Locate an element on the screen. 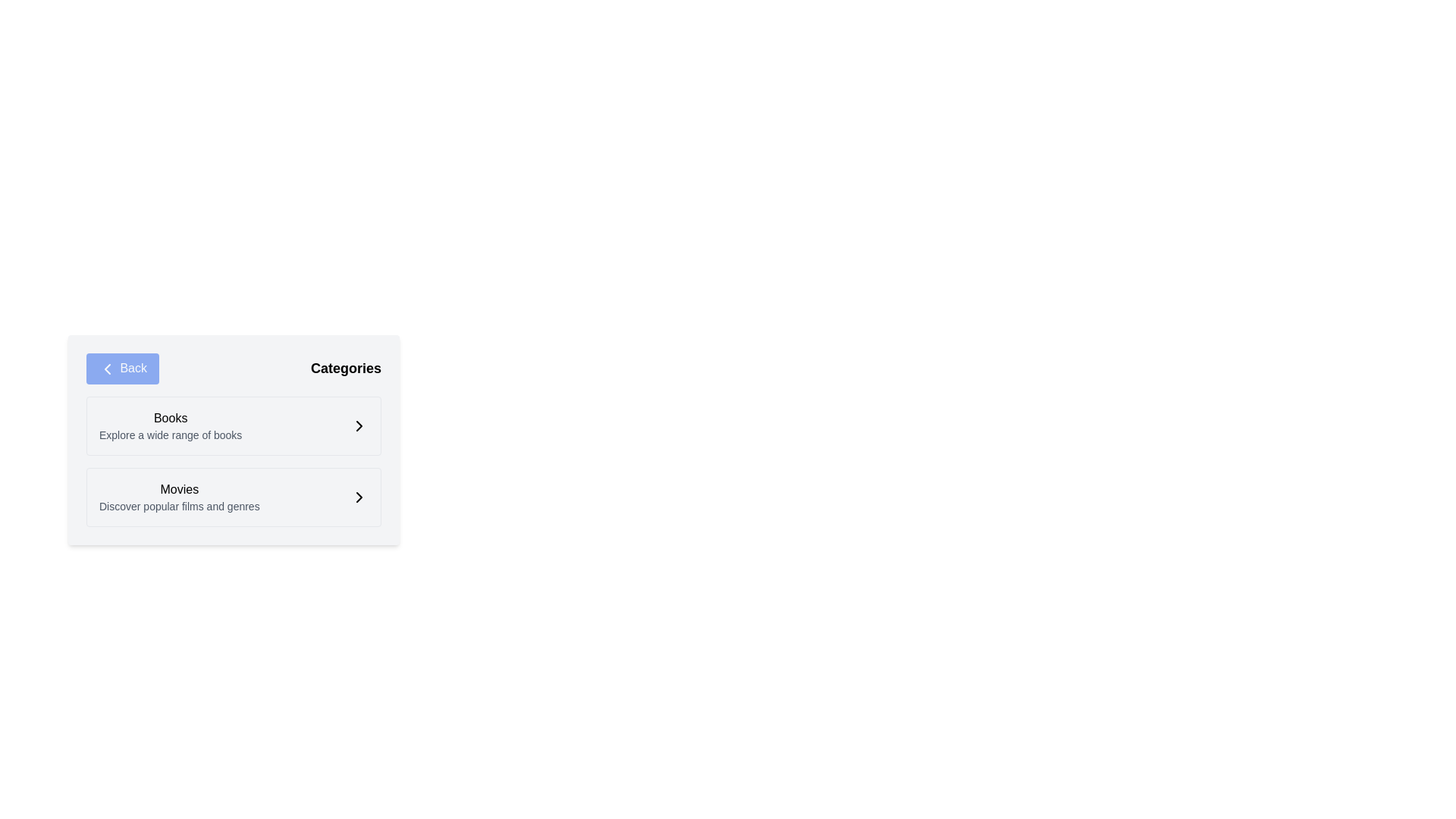  the first selectable item in the categories list, which is located below the 'Back' button and the title 'Categories' is located at coordinates (233, 440).